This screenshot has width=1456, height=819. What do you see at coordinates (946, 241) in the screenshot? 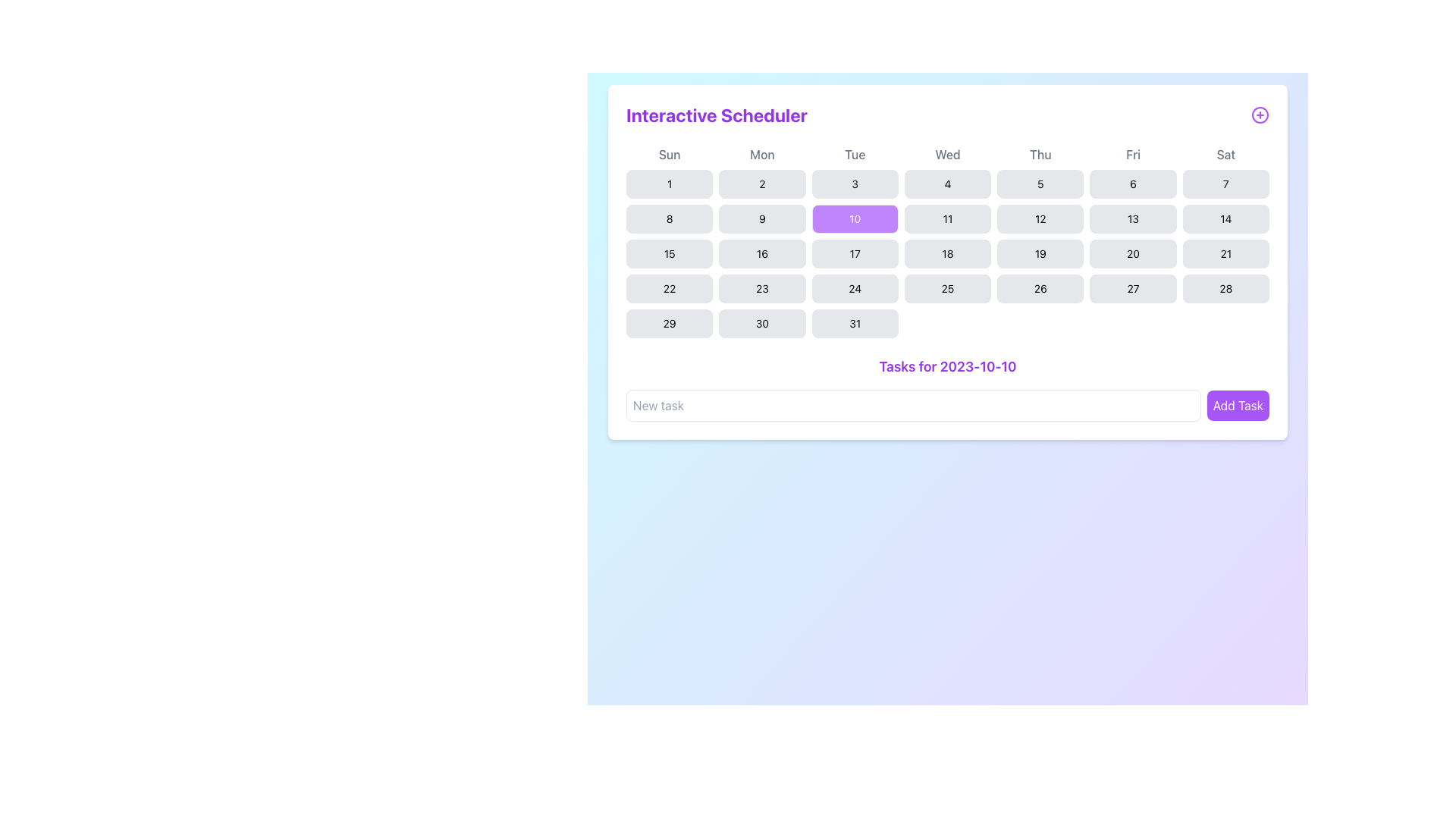
I see `the highlighted cell of the Interactive calendar component` at bounding box center [946, 241].